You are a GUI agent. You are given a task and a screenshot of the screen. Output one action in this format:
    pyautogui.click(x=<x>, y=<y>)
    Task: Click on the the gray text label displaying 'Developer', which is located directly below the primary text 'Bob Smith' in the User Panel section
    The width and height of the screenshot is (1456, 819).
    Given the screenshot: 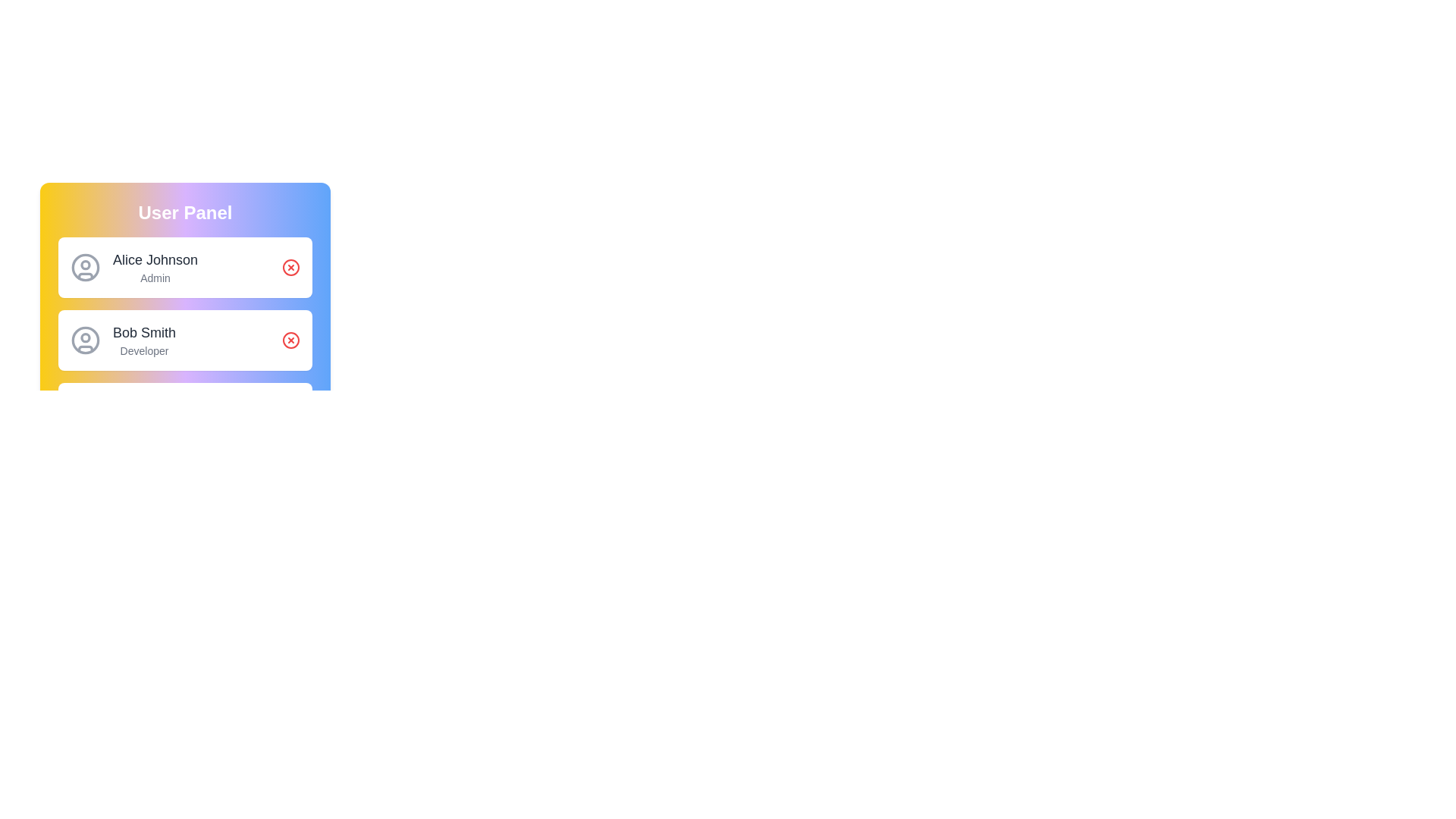 What is the action you would take?
    pyautogui.click(x=144, y=350)
    